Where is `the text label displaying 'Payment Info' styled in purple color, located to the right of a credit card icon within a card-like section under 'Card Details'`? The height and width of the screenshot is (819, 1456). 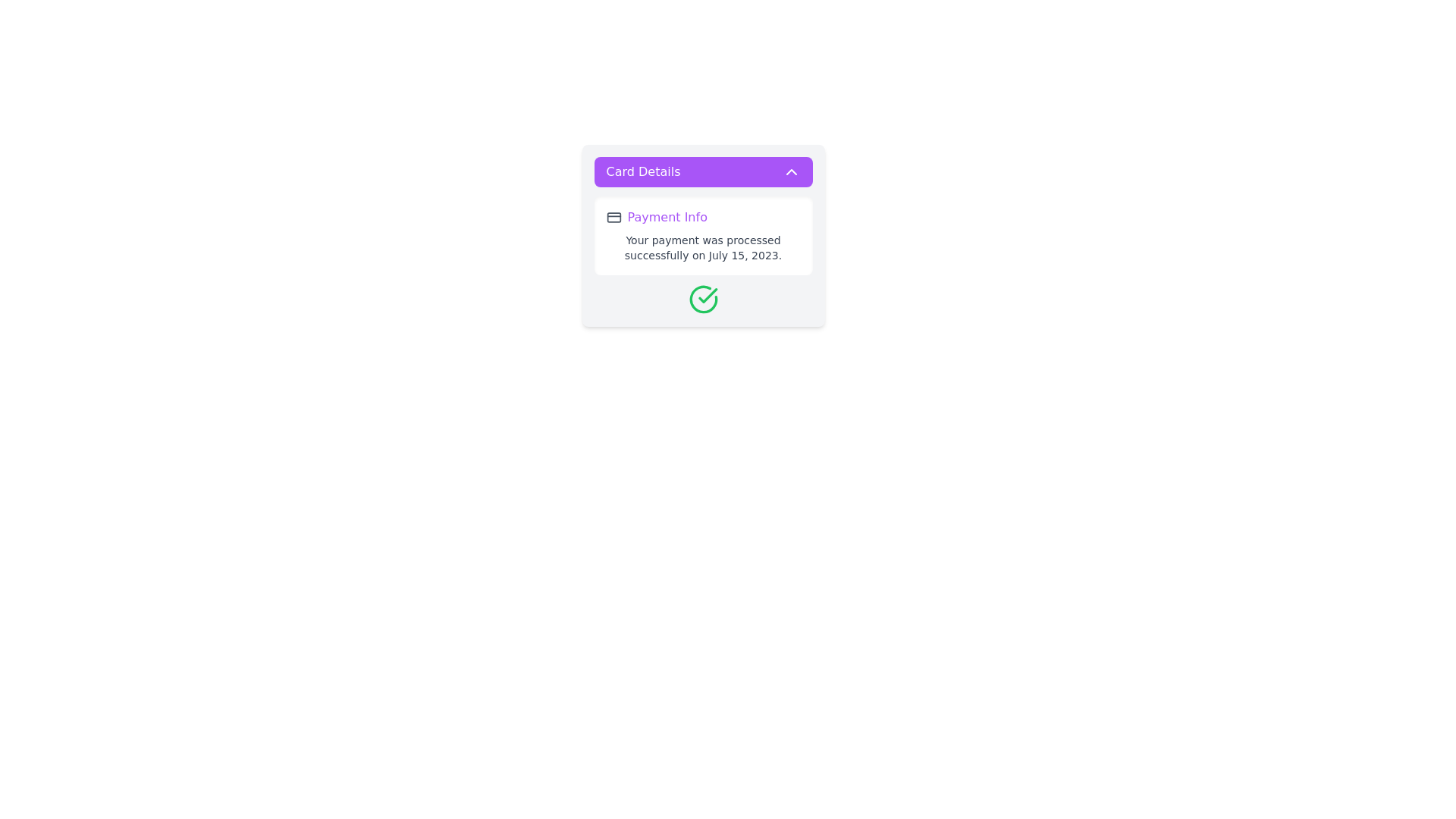 the text label displaying 'Payment Info' styled in purple color, located to the right of a credit card icon within a card-like section under 'Card Details' is located at coordinates (667, 217).